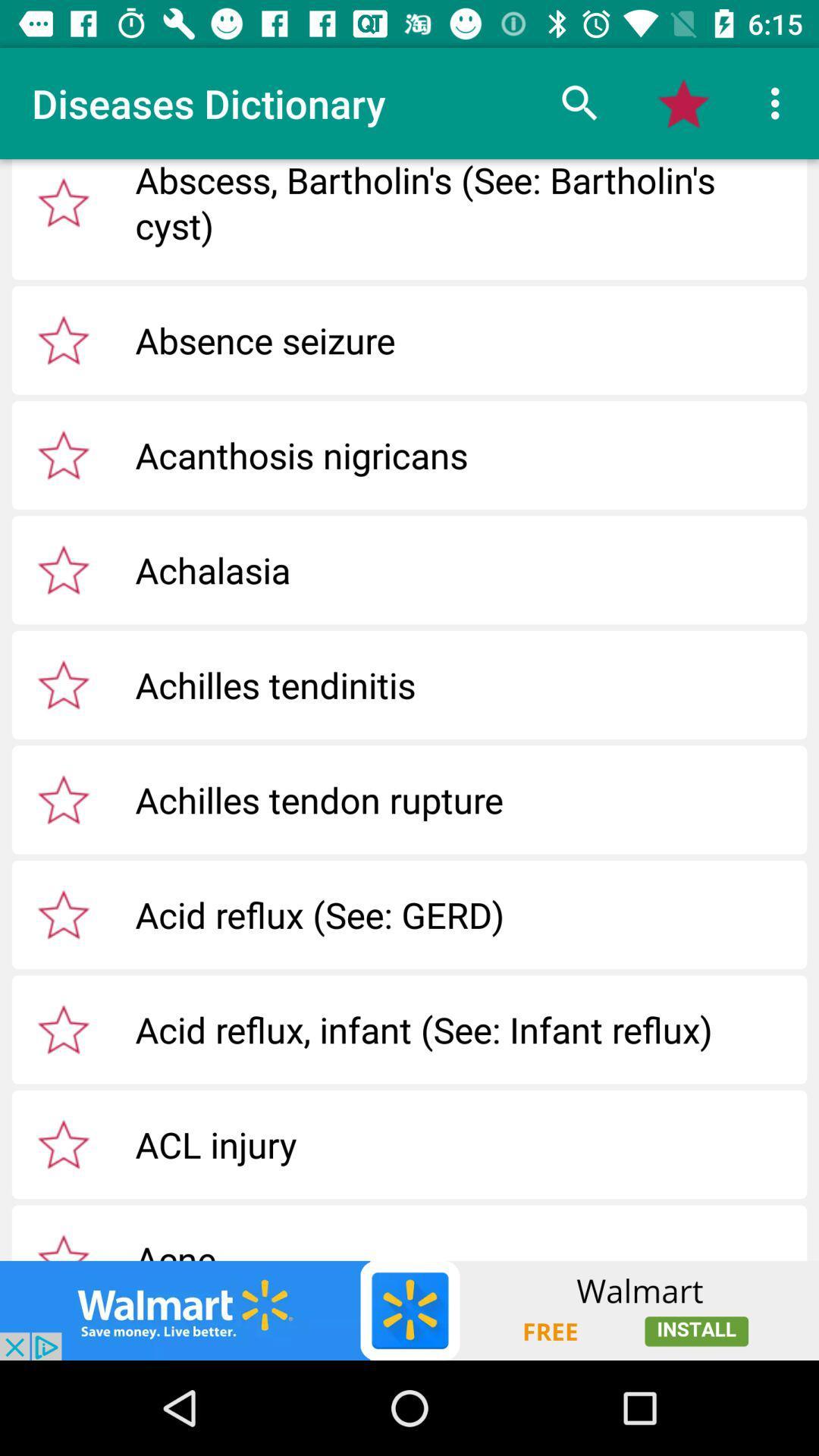  I want to click on item, so click(63, 454).